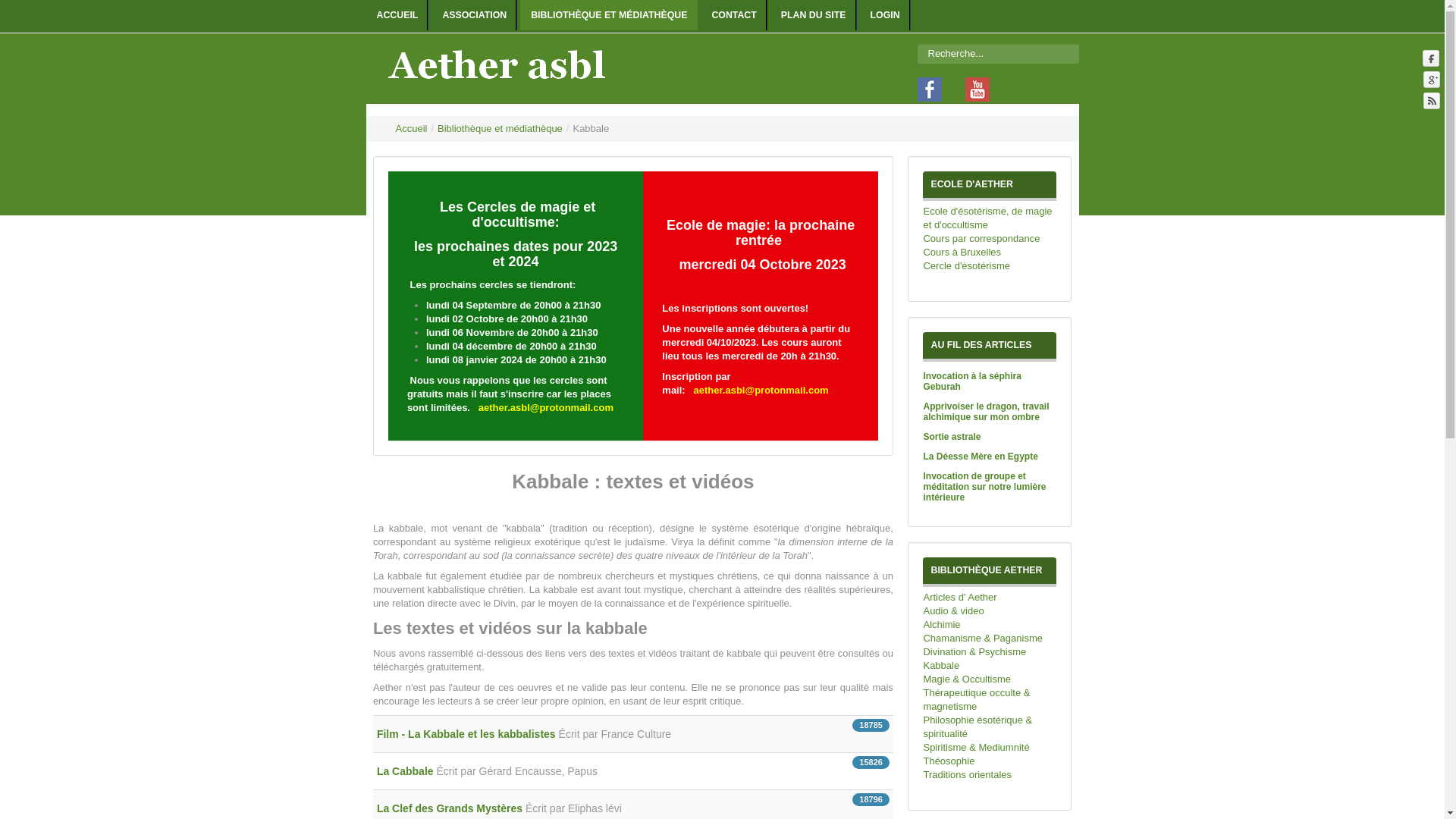 The width and height of the screenshot is (1456, 819). Describe the element at coordinates (1422, 79) in the screenshot. I see `'Google'` at that location.